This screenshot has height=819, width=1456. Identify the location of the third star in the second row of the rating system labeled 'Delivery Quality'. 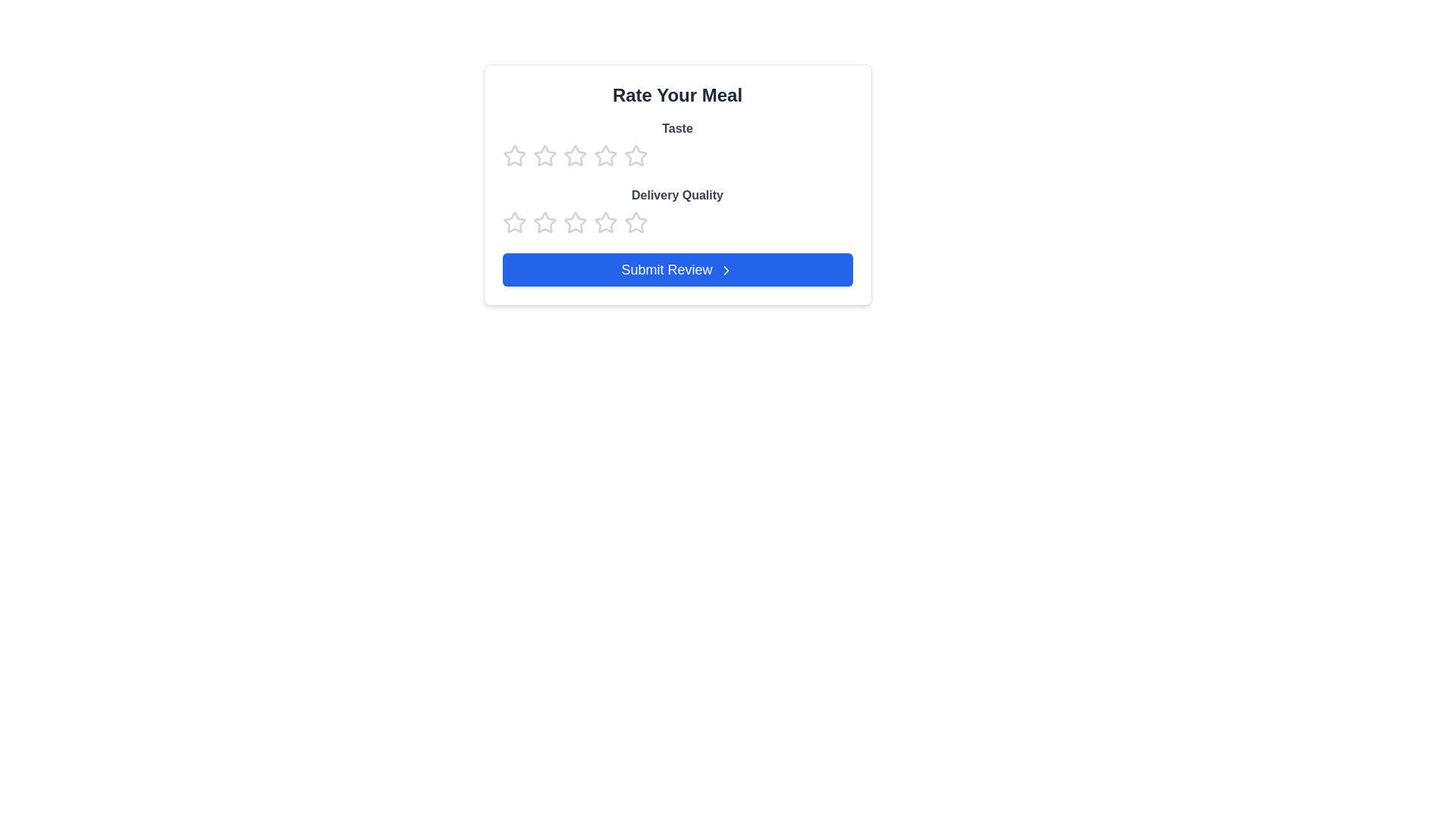
(635, 222).